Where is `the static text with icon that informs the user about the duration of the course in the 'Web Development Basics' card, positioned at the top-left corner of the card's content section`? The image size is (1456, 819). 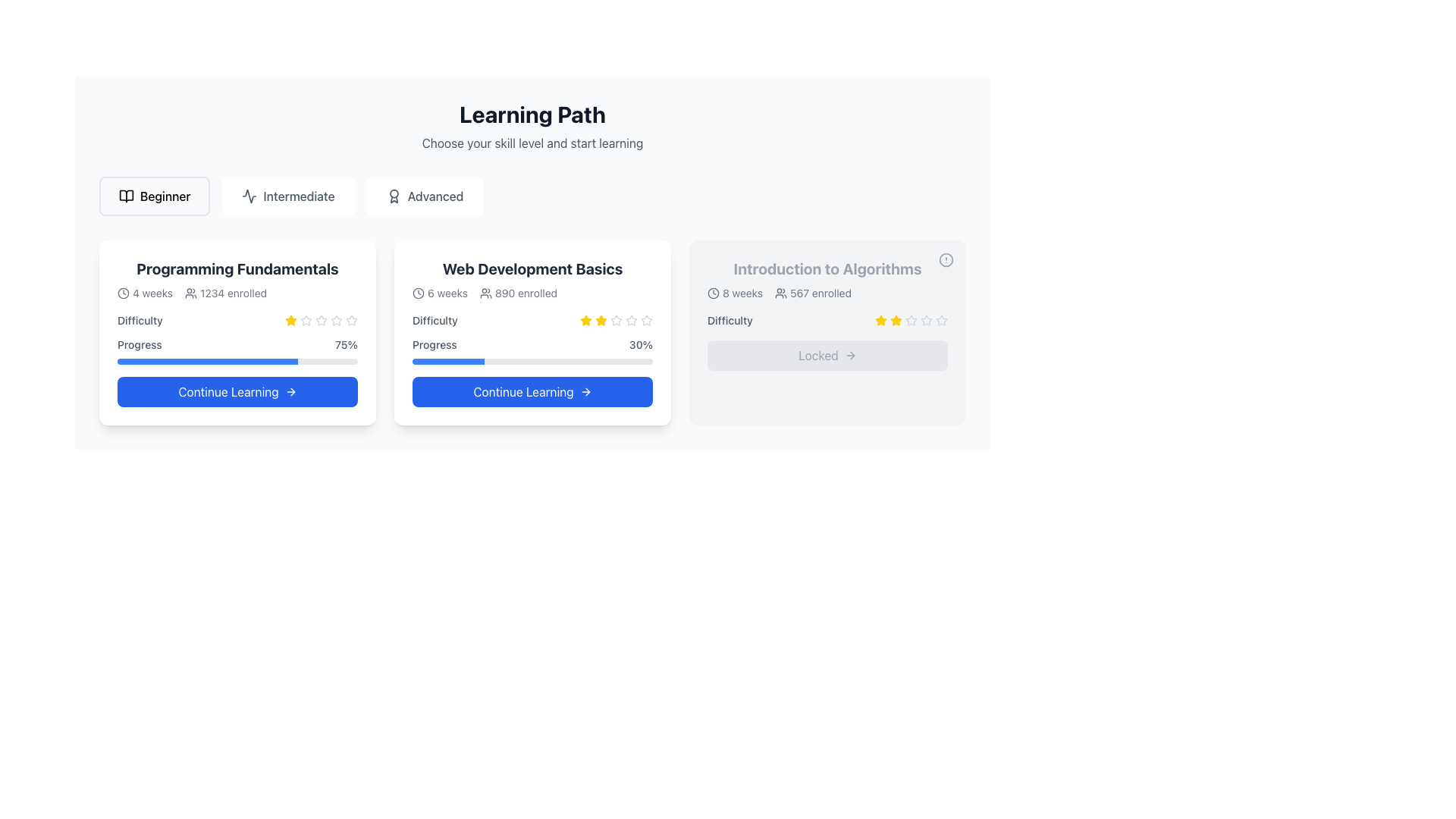 the static text with icon that informs the user about the duration of the course in the 'Web Development Basics' card, positioned at the top-left corner of the card's content section is located at coordinates (439, 293).